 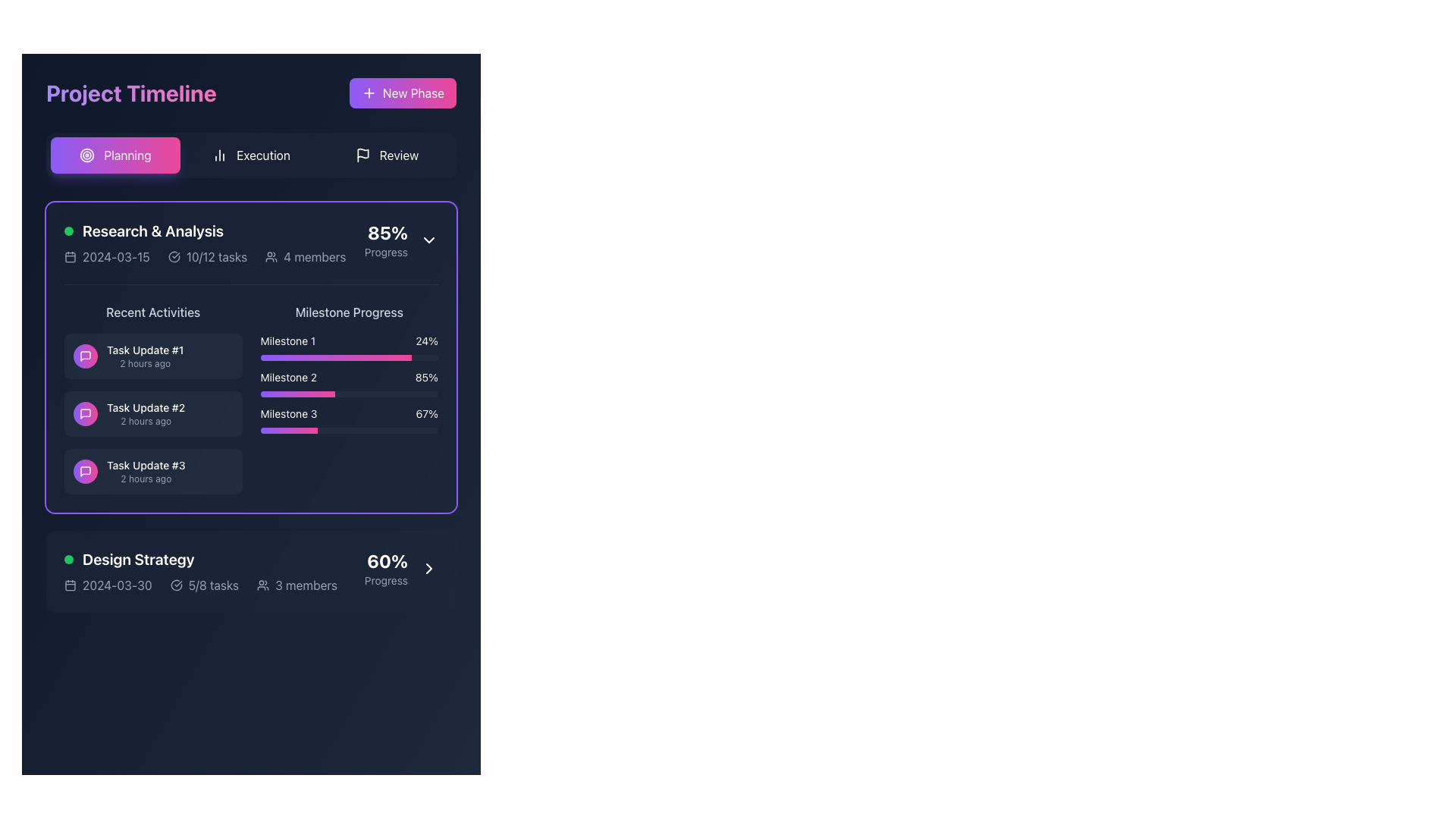 I want to click on the second card styled notification labeled 'Task Update #2' in the 'Recent Activities' section, so click(x=153, y=414).